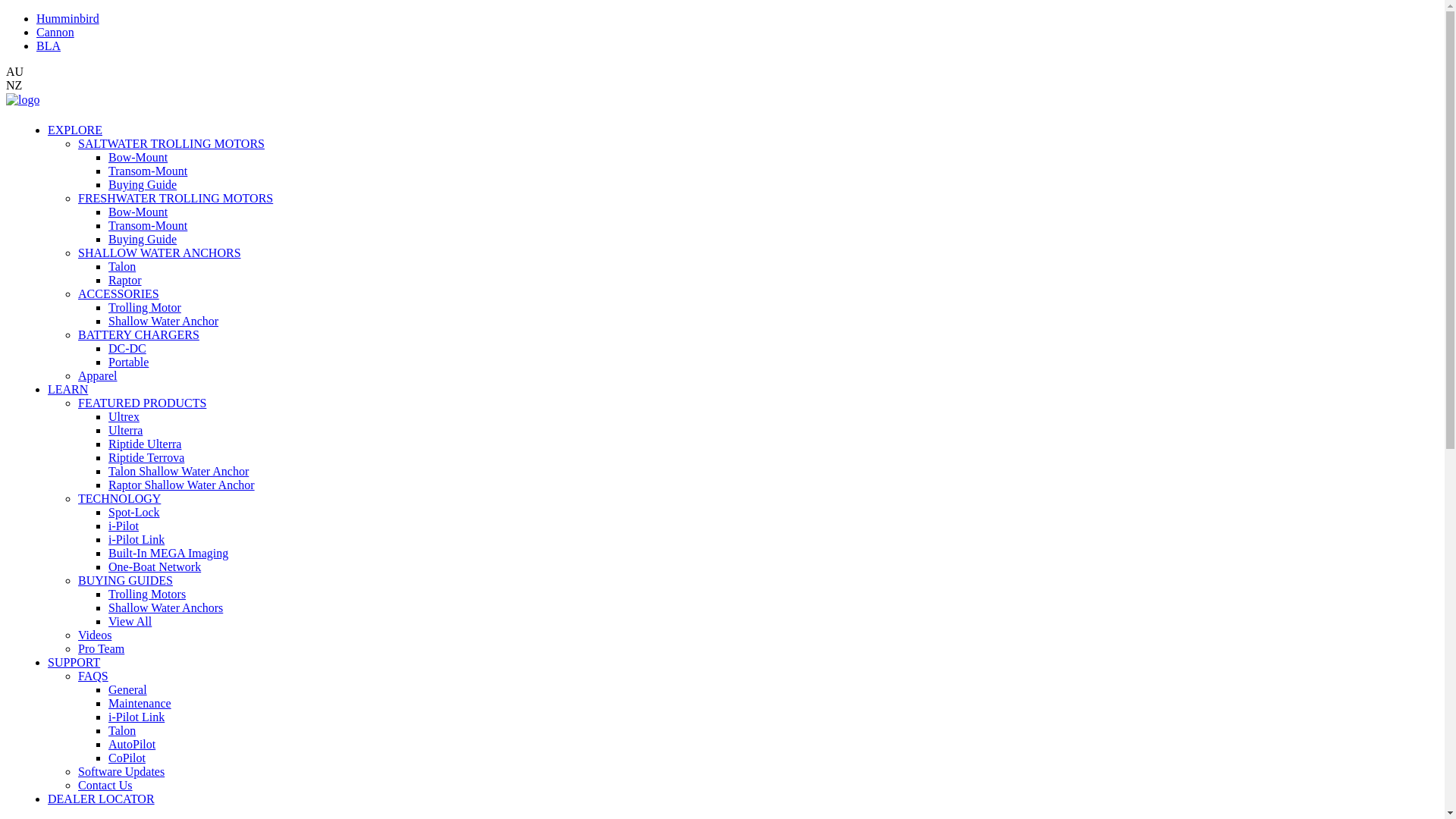  I want to click on 'BLA', so click(48, 45).